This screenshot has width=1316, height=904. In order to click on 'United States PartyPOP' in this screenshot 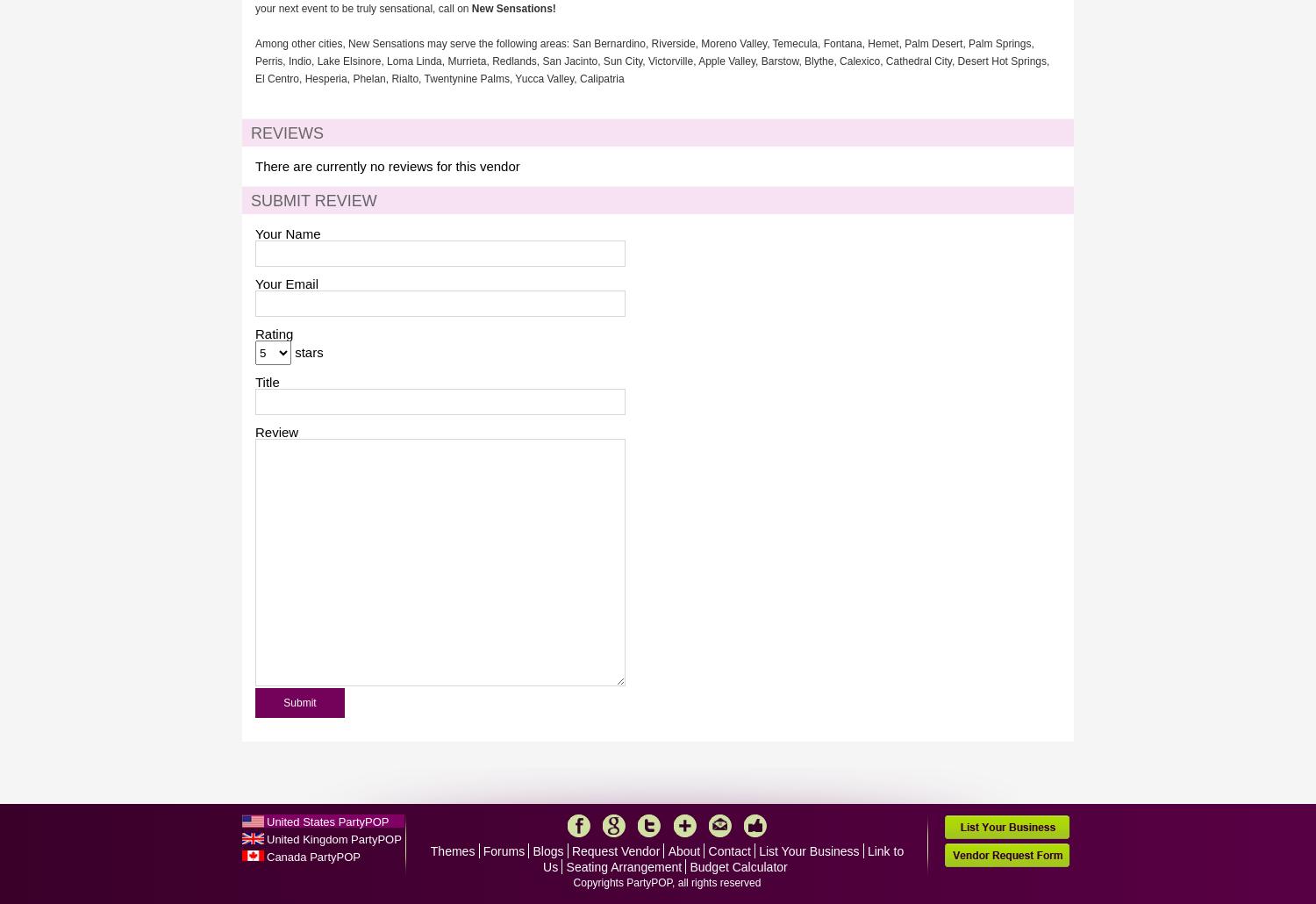, I will do `click(267, 821)`.